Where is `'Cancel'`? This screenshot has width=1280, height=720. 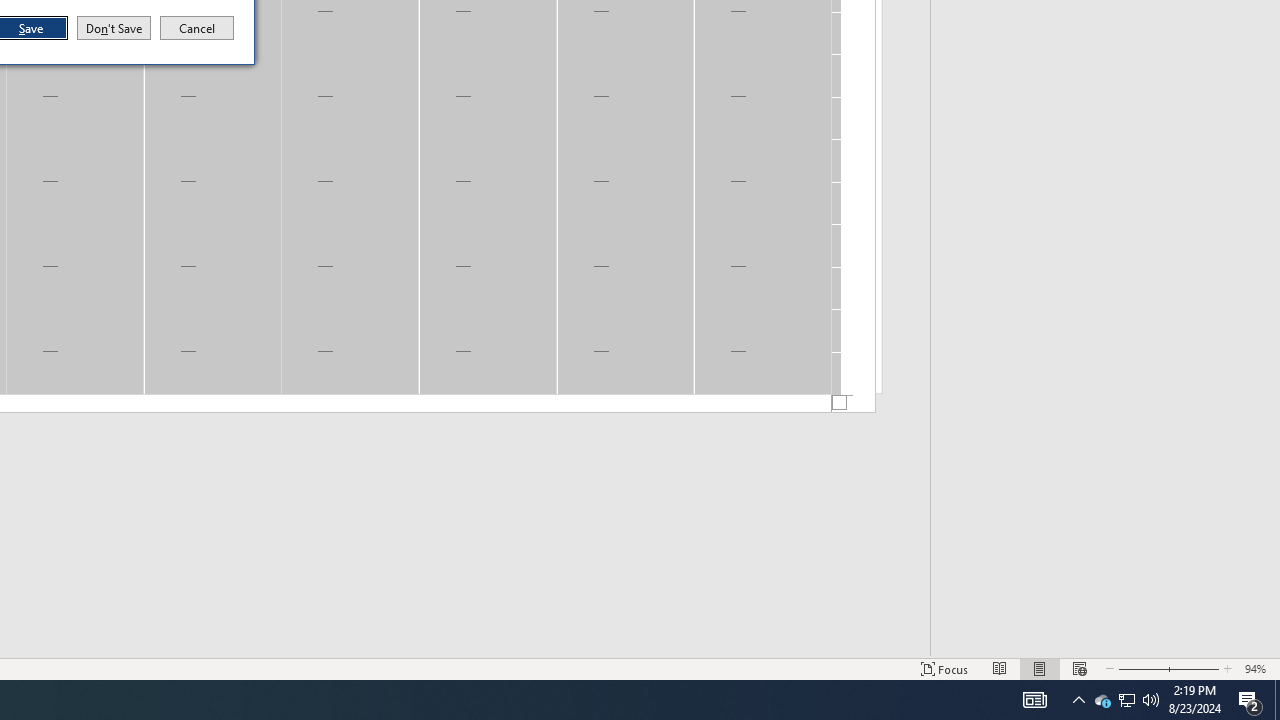
'Cancel' is located at coordinates (197, 28).